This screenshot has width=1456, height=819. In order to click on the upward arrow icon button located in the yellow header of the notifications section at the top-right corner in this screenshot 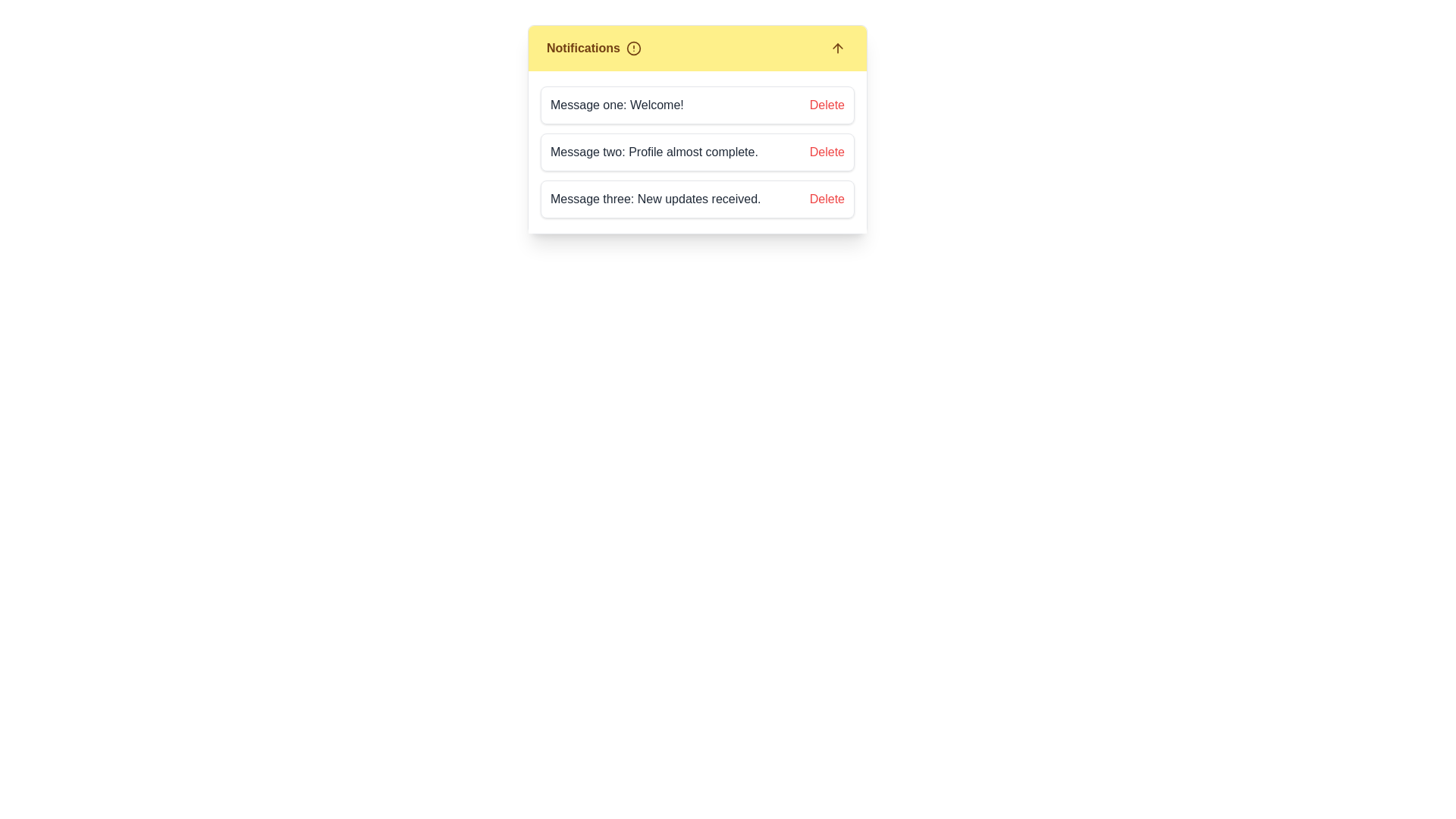, I will do `click(836, 48)`.